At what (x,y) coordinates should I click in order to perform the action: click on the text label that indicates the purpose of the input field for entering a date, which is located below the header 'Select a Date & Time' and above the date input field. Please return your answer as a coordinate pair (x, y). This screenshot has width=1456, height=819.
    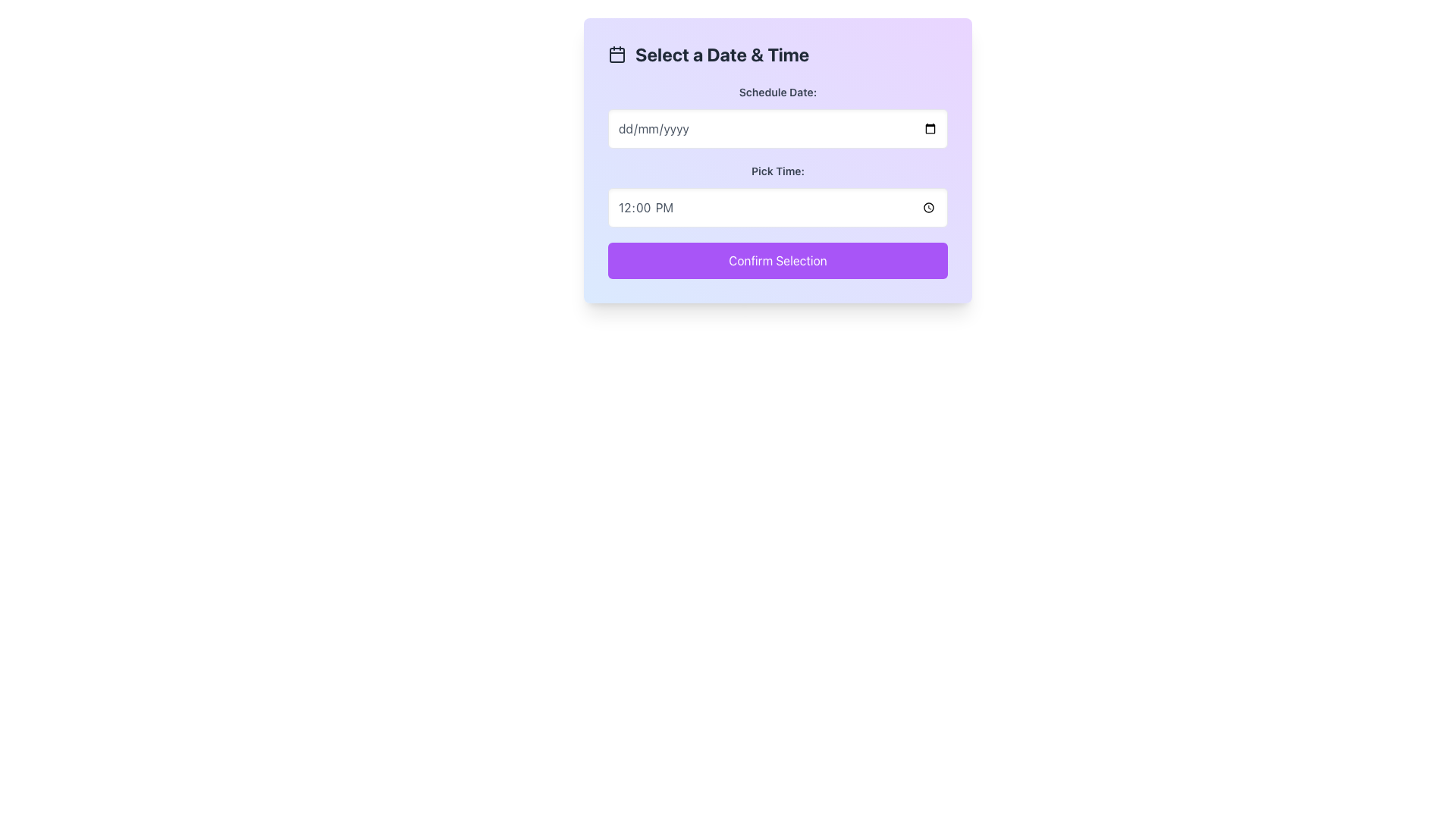
    Looking at the image, I should click on (778, 93).